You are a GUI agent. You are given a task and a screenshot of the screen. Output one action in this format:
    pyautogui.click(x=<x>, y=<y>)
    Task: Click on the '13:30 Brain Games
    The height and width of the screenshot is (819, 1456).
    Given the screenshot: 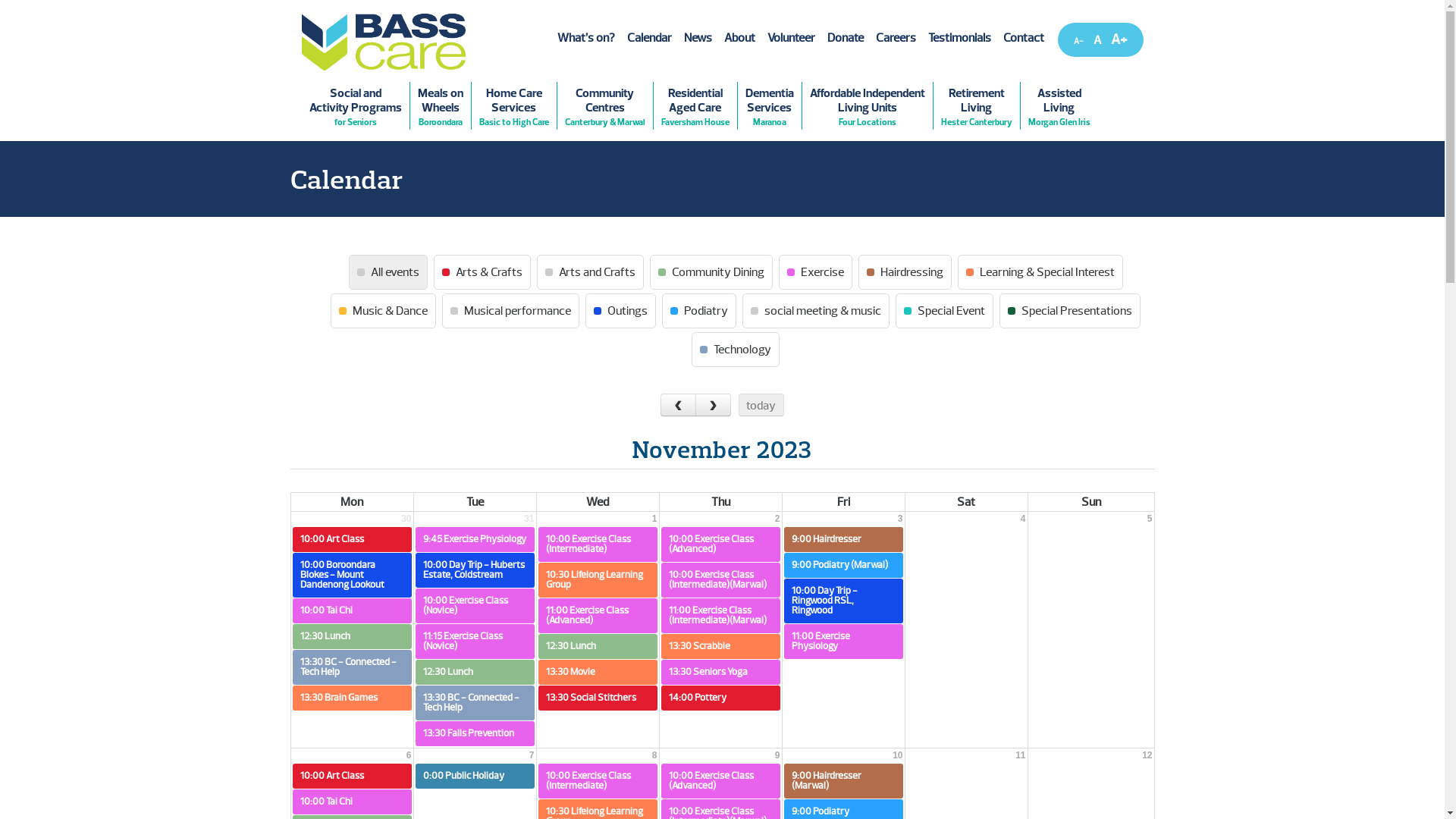 What is the action you would take?
    pyautogui.click(x=351, y=698)
    